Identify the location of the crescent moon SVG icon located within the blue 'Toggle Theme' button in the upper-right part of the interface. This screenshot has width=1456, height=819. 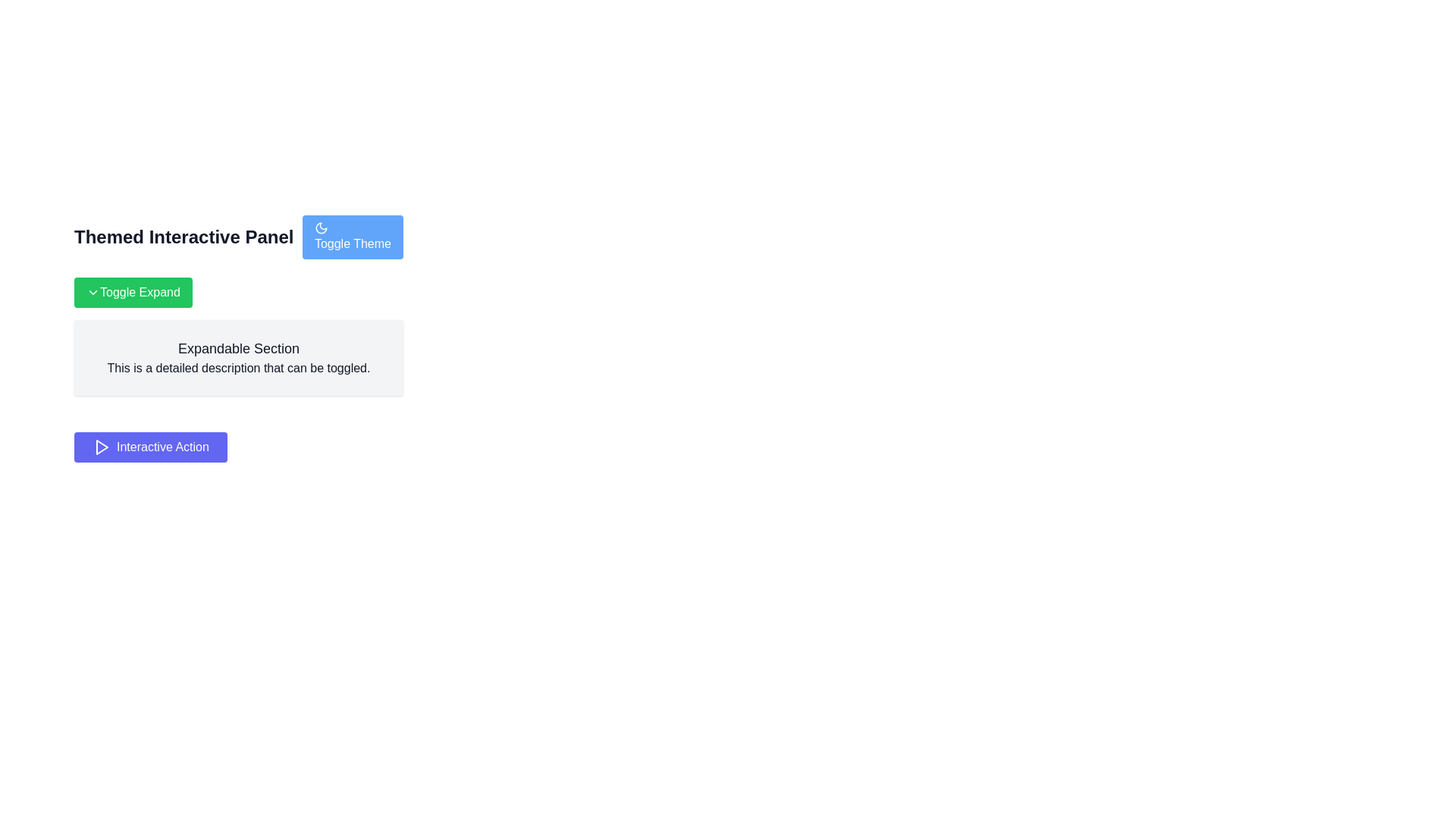
(320, 227).